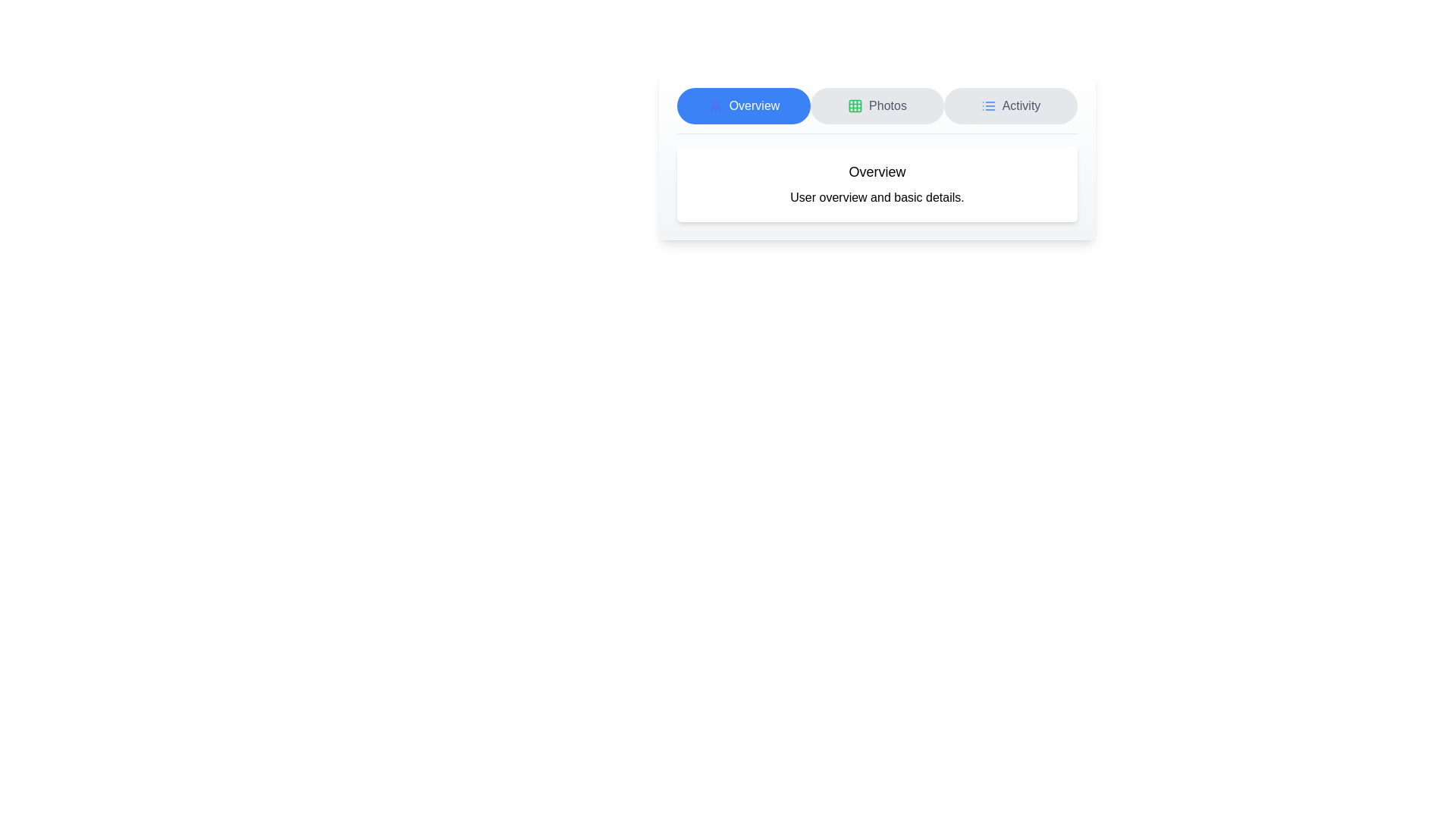  What do you see at coordinates (743, 105) in the screenshot?
I see `the Overview tab by clicking on its corresponding button` at bounding box center [743, 105].